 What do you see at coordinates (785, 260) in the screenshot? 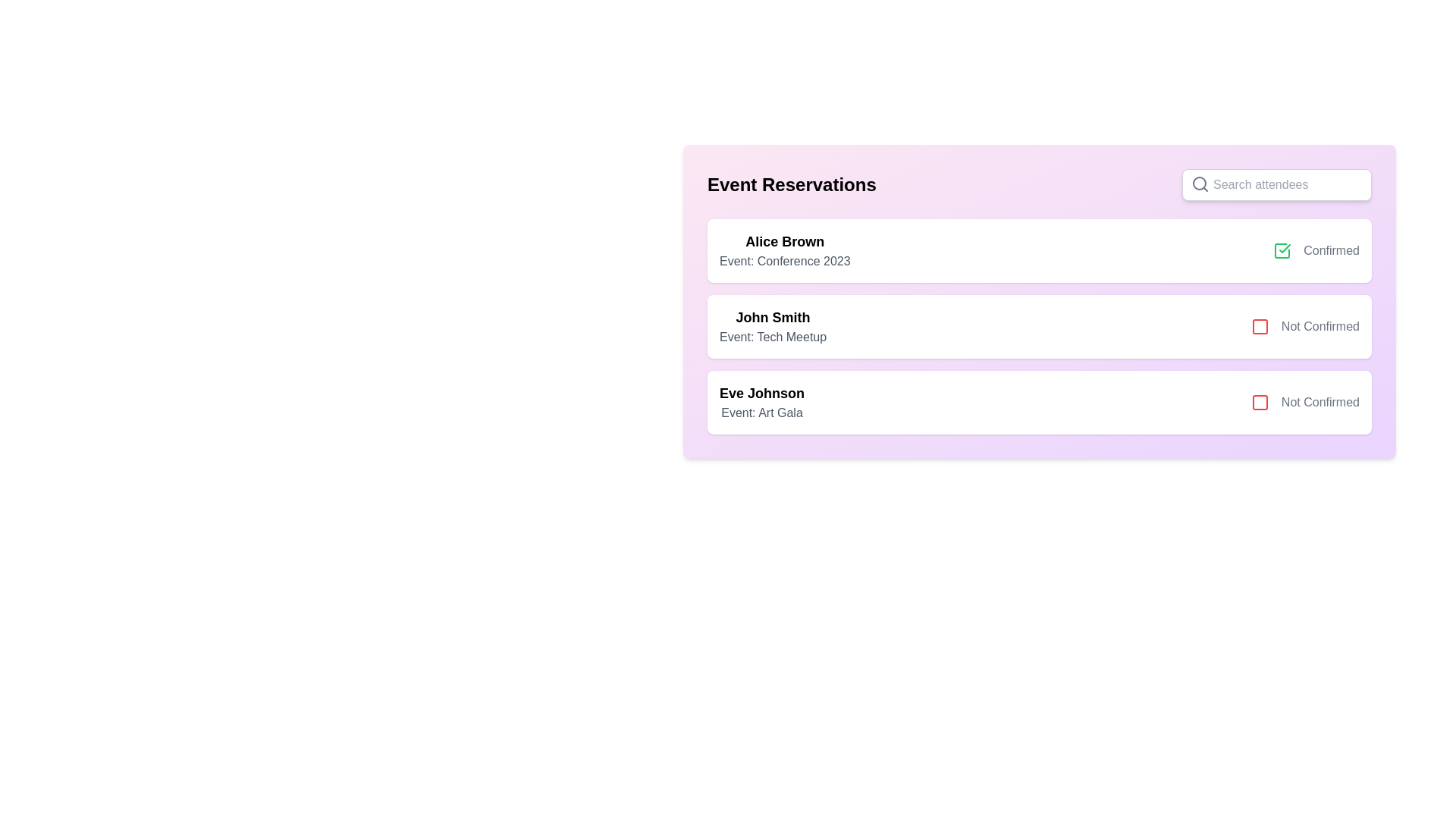
I see `text element displaying 'Event: Conference 2023' located below 'Alice Brown' in the first attendee card` at bounding box center [785, 260].